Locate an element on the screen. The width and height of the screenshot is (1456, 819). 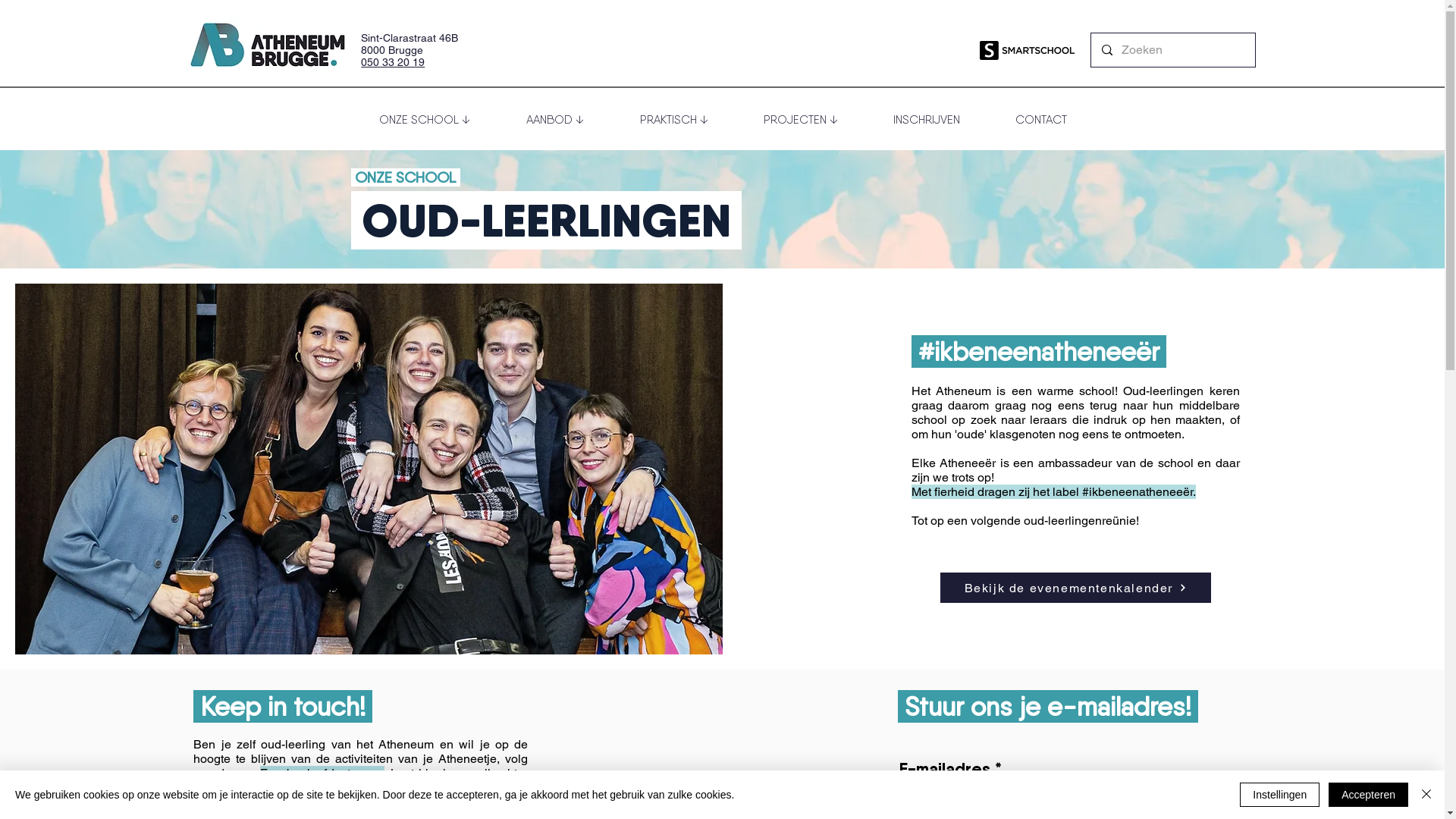
'Bekijk de evenementenkalender' is located at coordinates (1075, 587).